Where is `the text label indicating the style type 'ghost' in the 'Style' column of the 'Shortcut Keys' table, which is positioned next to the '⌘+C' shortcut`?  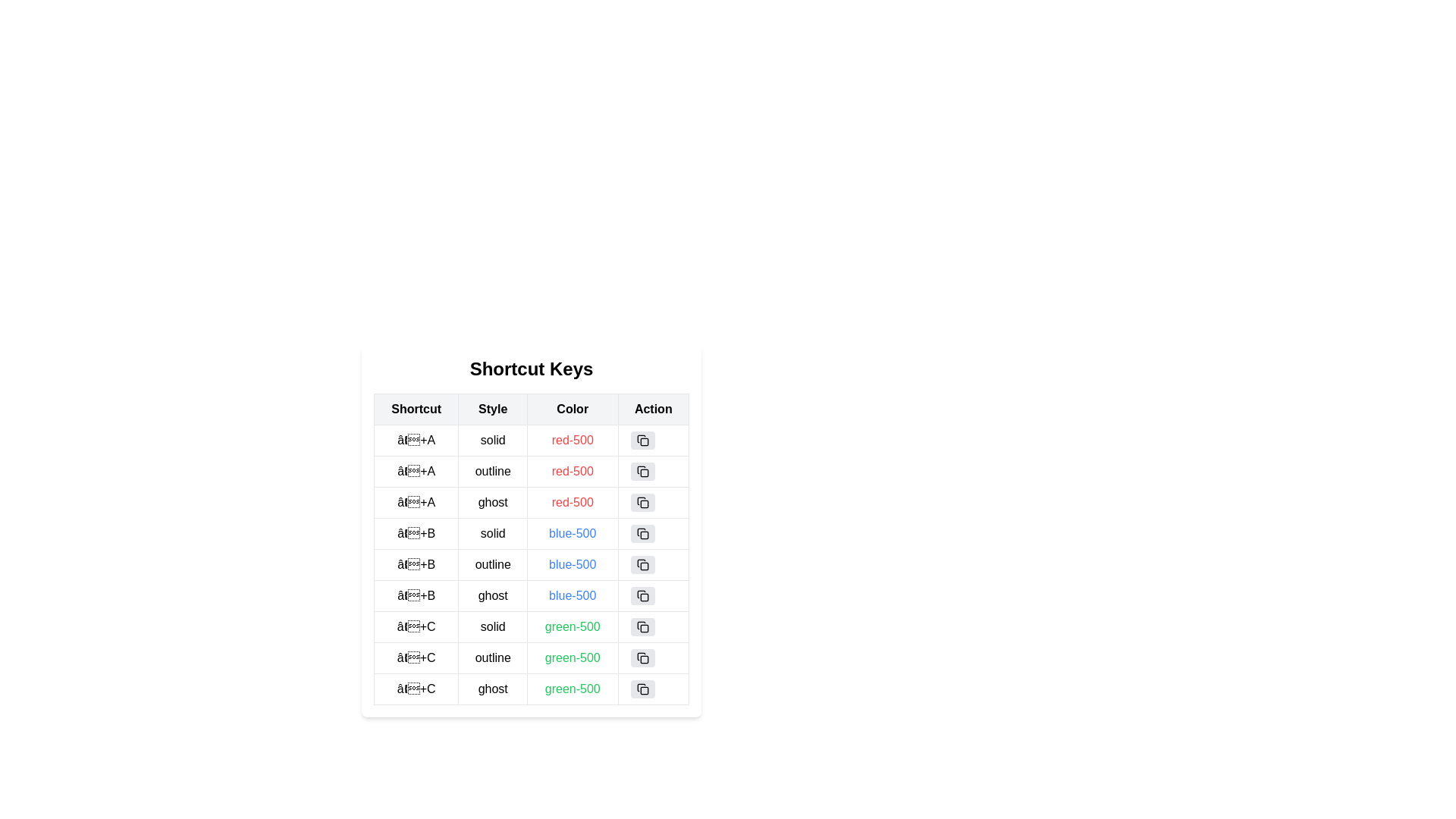 the text label indicating the style type 'ghost' in the 'Style' column of the 'Shortcut Keys' table, which is positioned next to the '⌘+C' shortcut is located at coordinates (493, 689).